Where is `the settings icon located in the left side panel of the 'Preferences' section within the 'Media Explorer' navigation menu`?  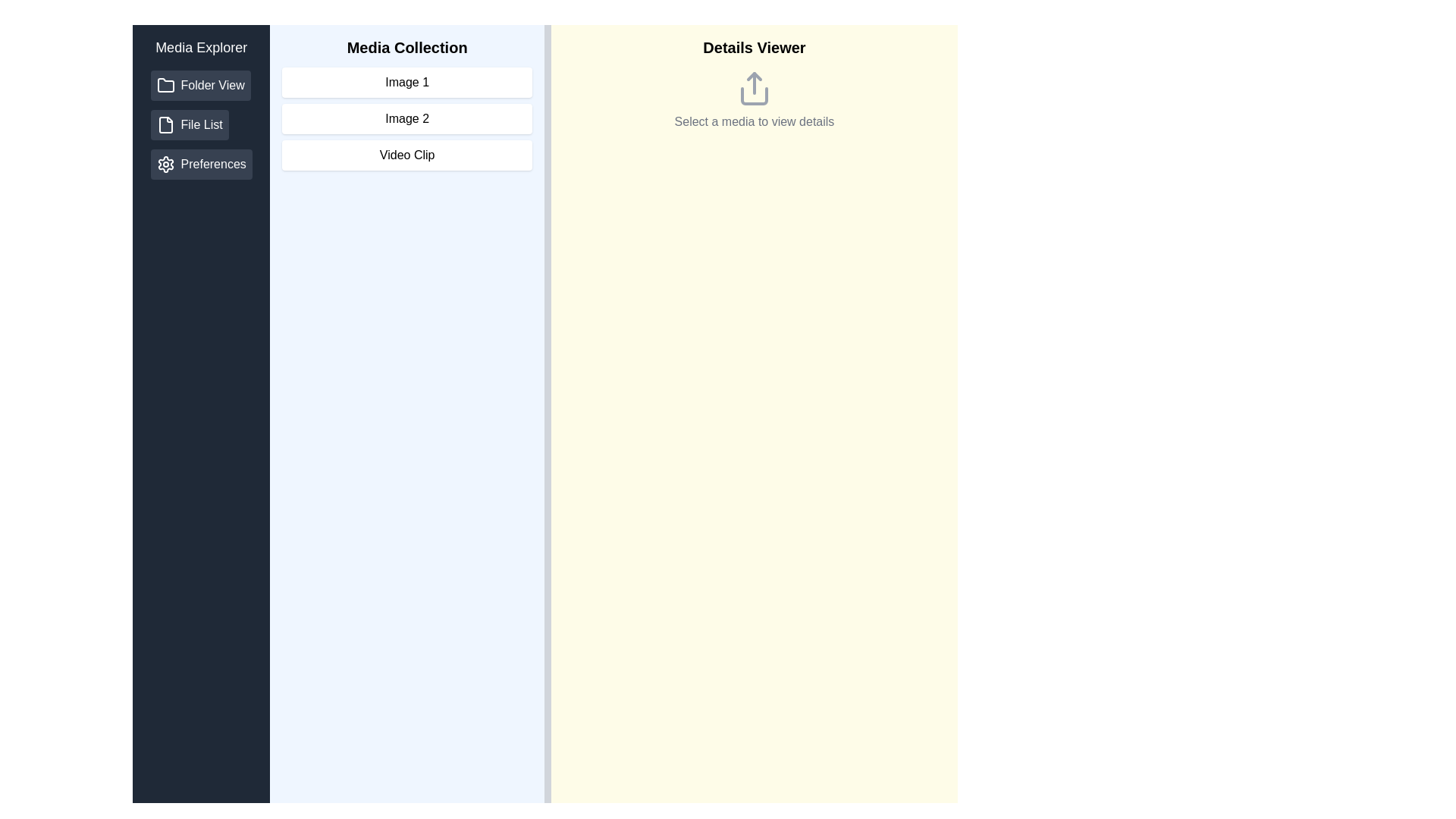
the settings icon located in the left side panel of the 'Preferences' section within the 'Media Explorer' navigation menu is located at coordinates (165, 164).